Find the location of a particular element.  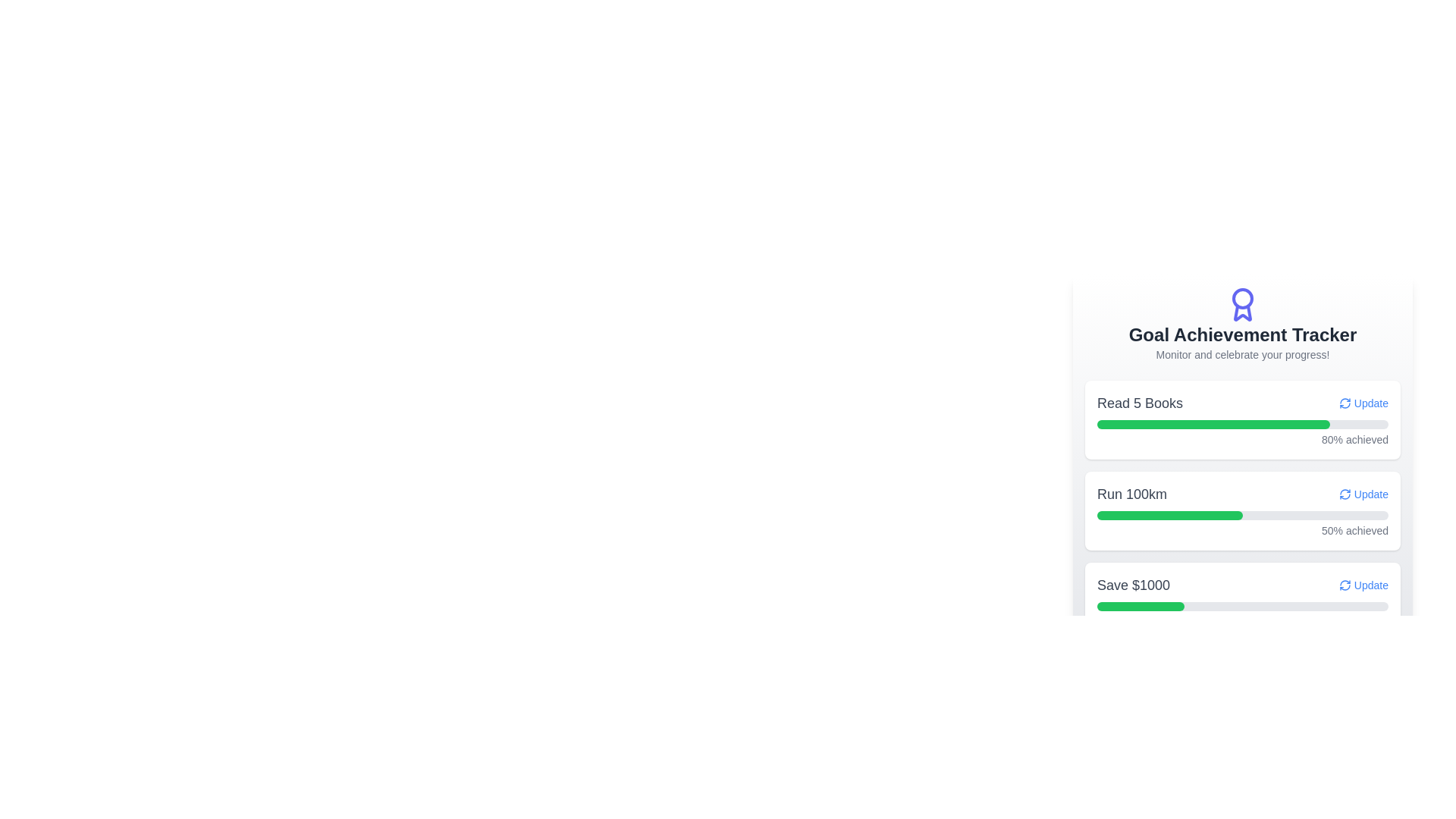

the green progress bar segment that represents the filled portion of the 'Save $1000' goal in the 'Goal Achievement Tracker' interface is located at coordinates (1141, 605).